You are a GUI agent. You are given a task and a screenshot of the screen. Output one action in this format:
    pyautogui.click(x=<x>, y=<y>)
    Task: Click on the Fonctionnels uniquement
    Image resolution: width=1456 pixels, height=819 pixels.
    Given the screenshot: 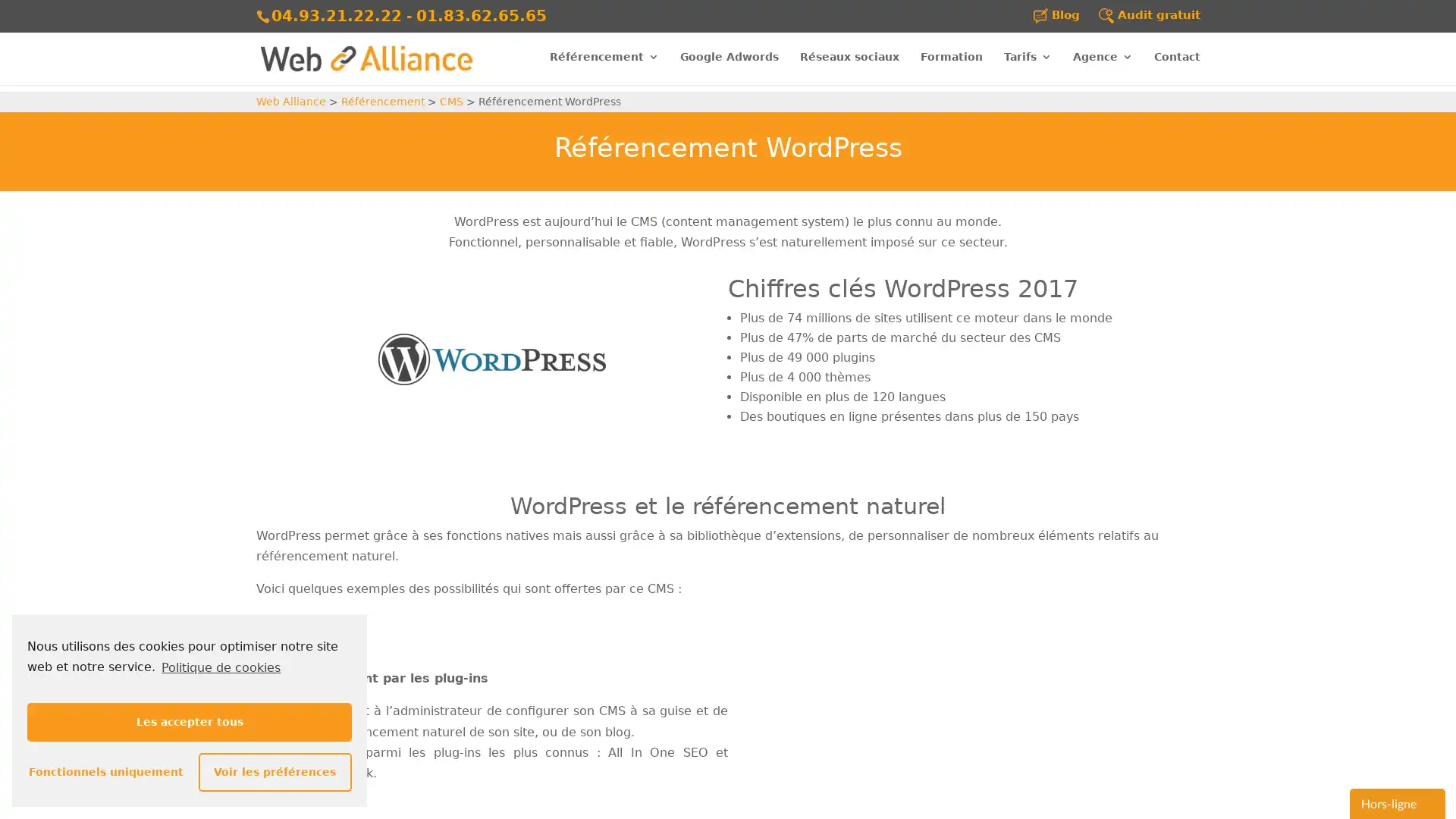 What is the action you would take?
    pyautogui.click(x=103, y=771)
    